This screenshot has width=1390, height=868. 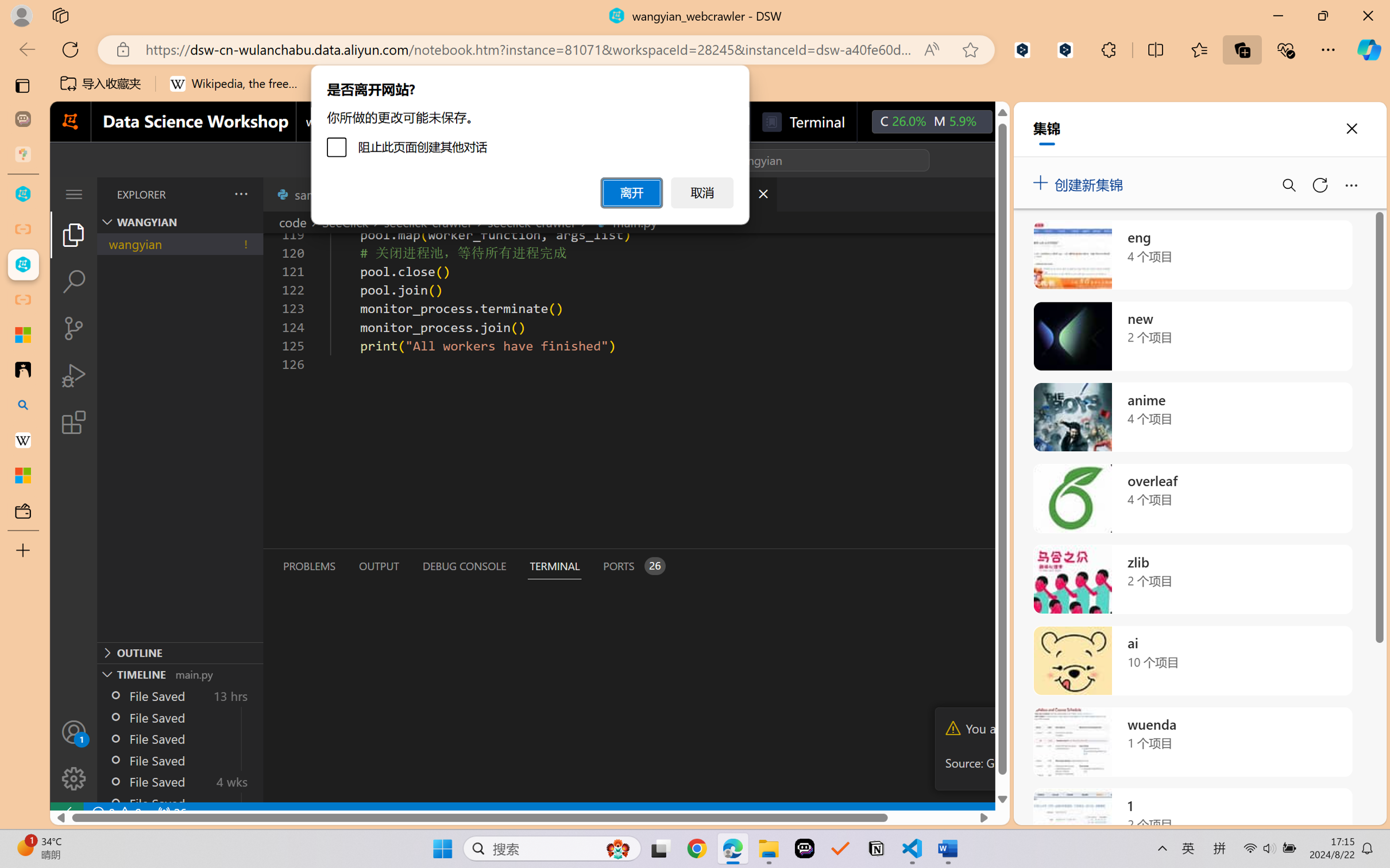 What do you see at coordinates (240, 193) in the screenshot?
I see `'Views and More Actions...'` at bounding box center [240, 193].